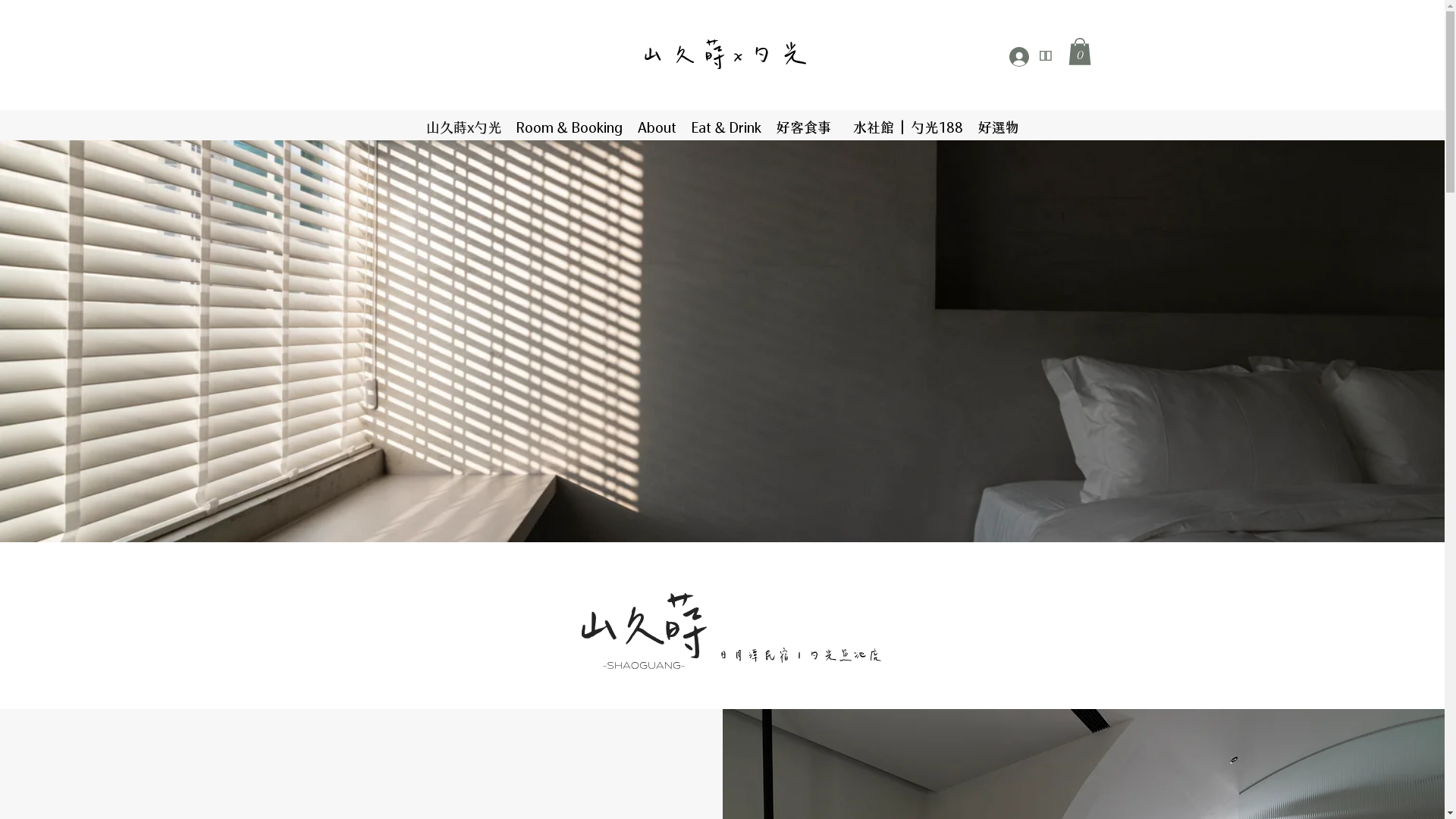 The height and width of the screenshot is (819, 1456). Describe the element at coordinates (508, 124) in the screenshot. I see `'Room & Booking'` at that location.